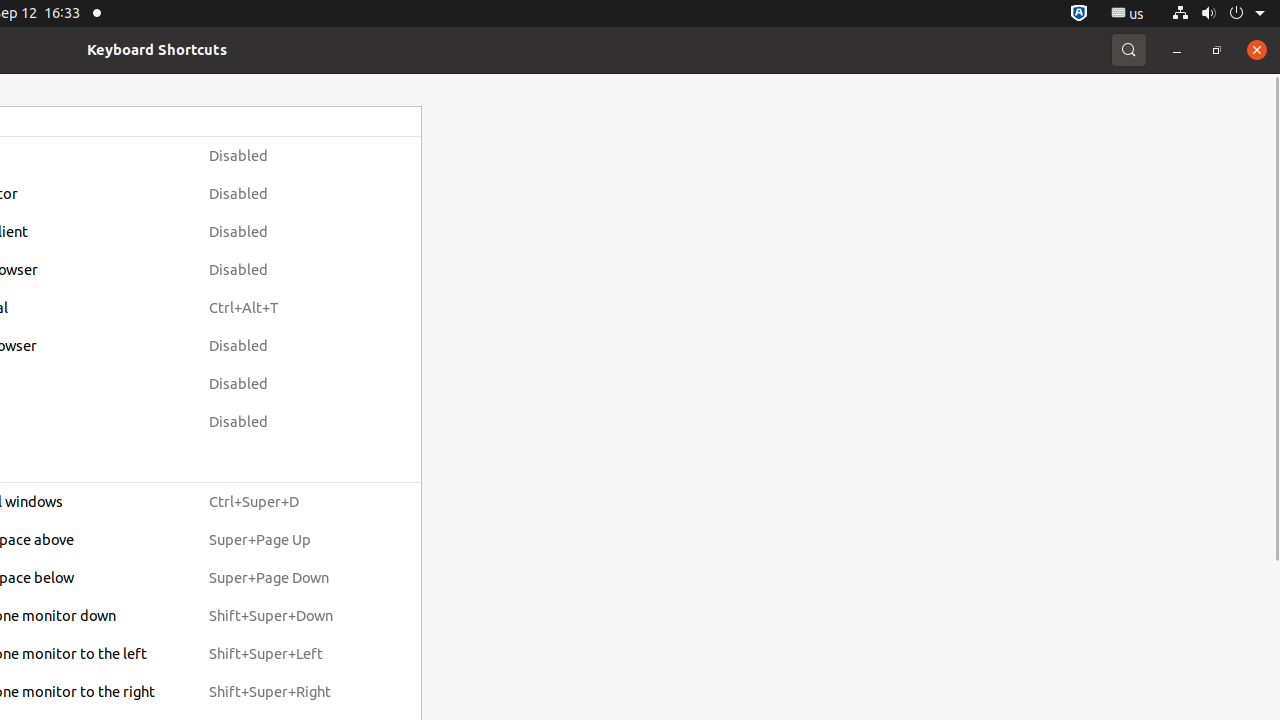  What do you see at coordinates (288, 540) in the screenshot?
I see `'Super+Page Up'` at bounding box center [288, 540].